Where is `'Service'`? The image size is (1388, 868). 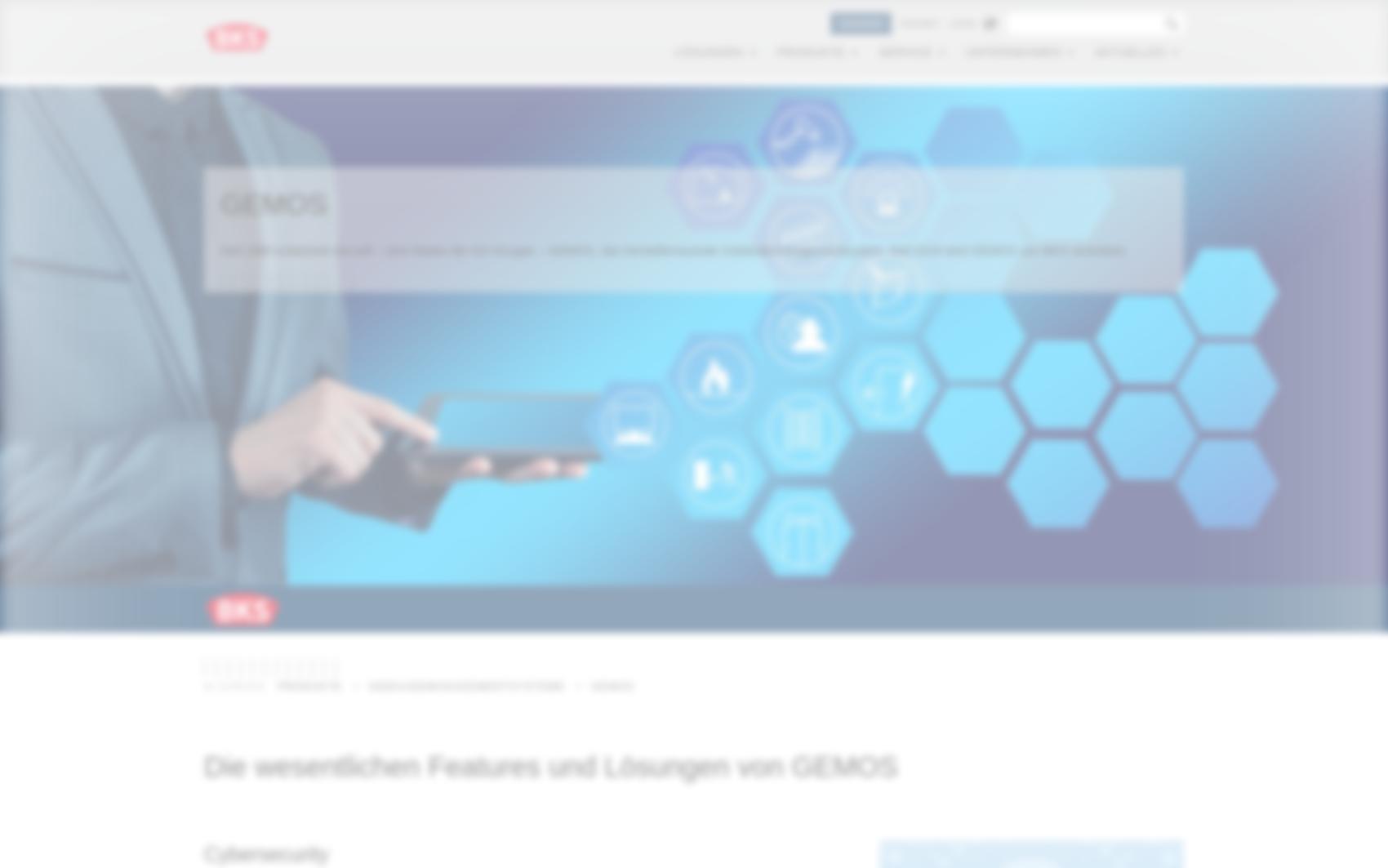
'Service' is located at coordinates (878, 55).